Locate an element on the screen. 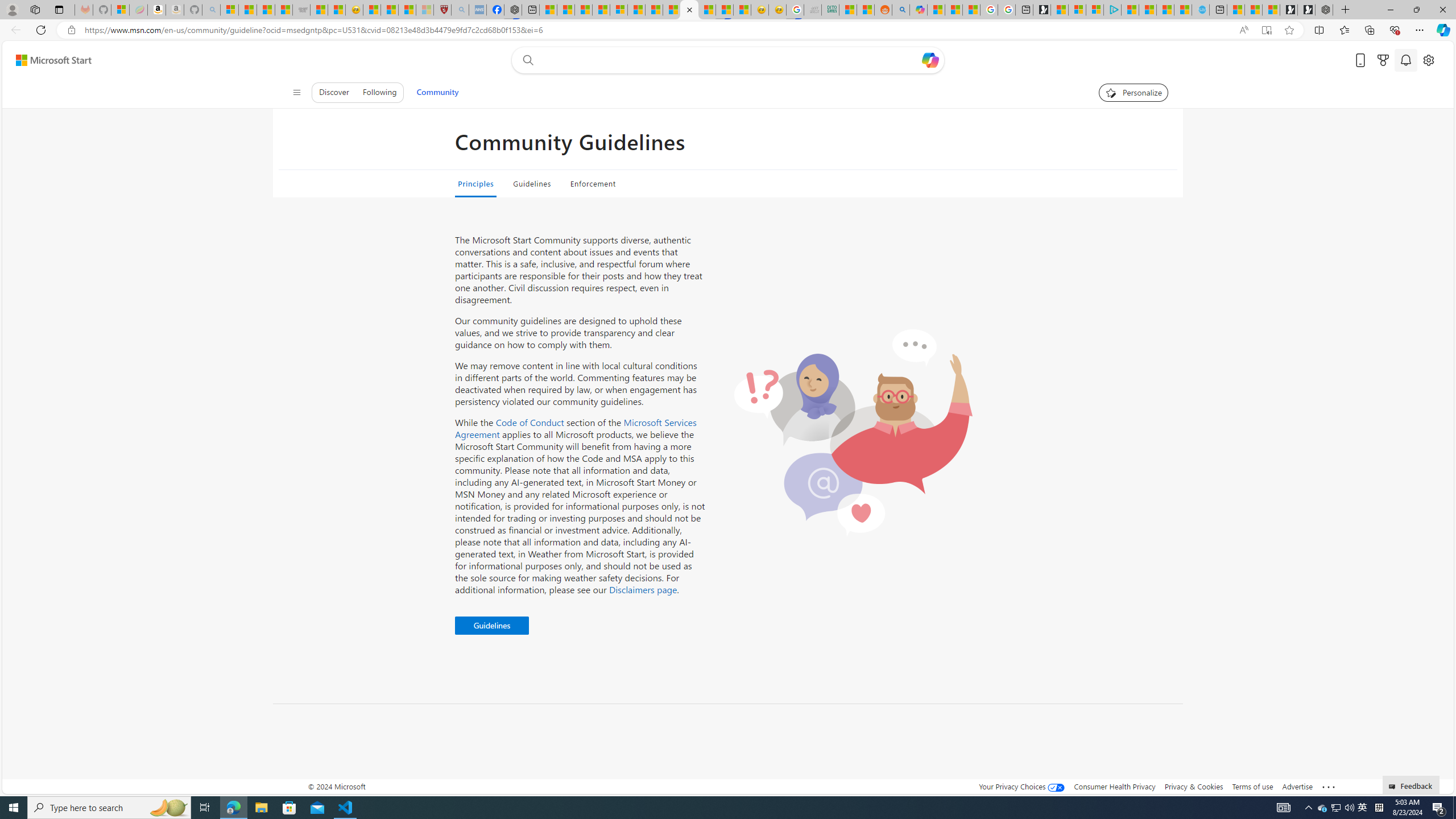  'Trusted Community Engagement and Contributions | Guidelines' is located at coordinates (689, 9).